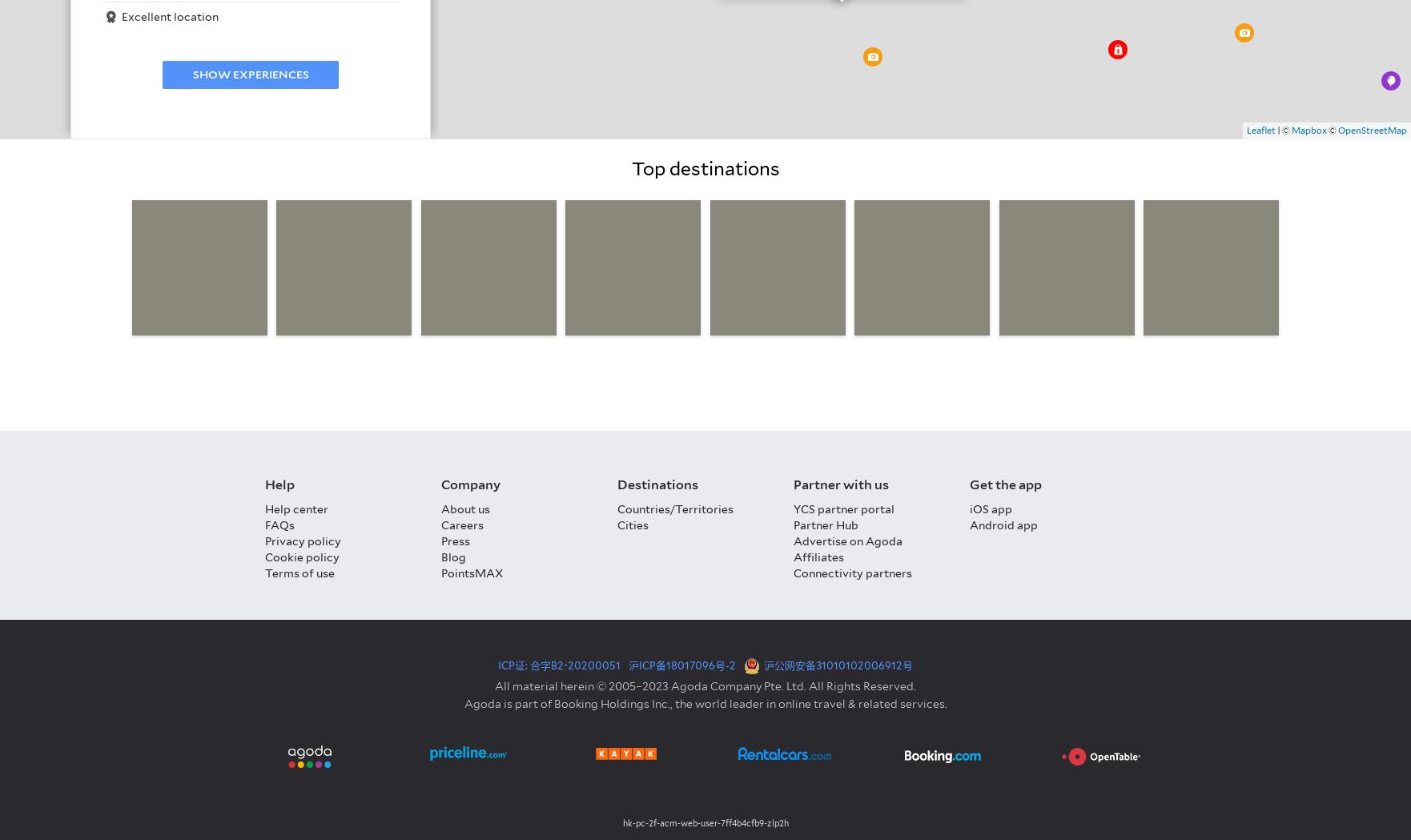 This screenshot has height=840, width=1411. What do you see at coordinates (1005, 484) in the screenshot?
I see `'Get the app'` at bounding box center [1005, 484].